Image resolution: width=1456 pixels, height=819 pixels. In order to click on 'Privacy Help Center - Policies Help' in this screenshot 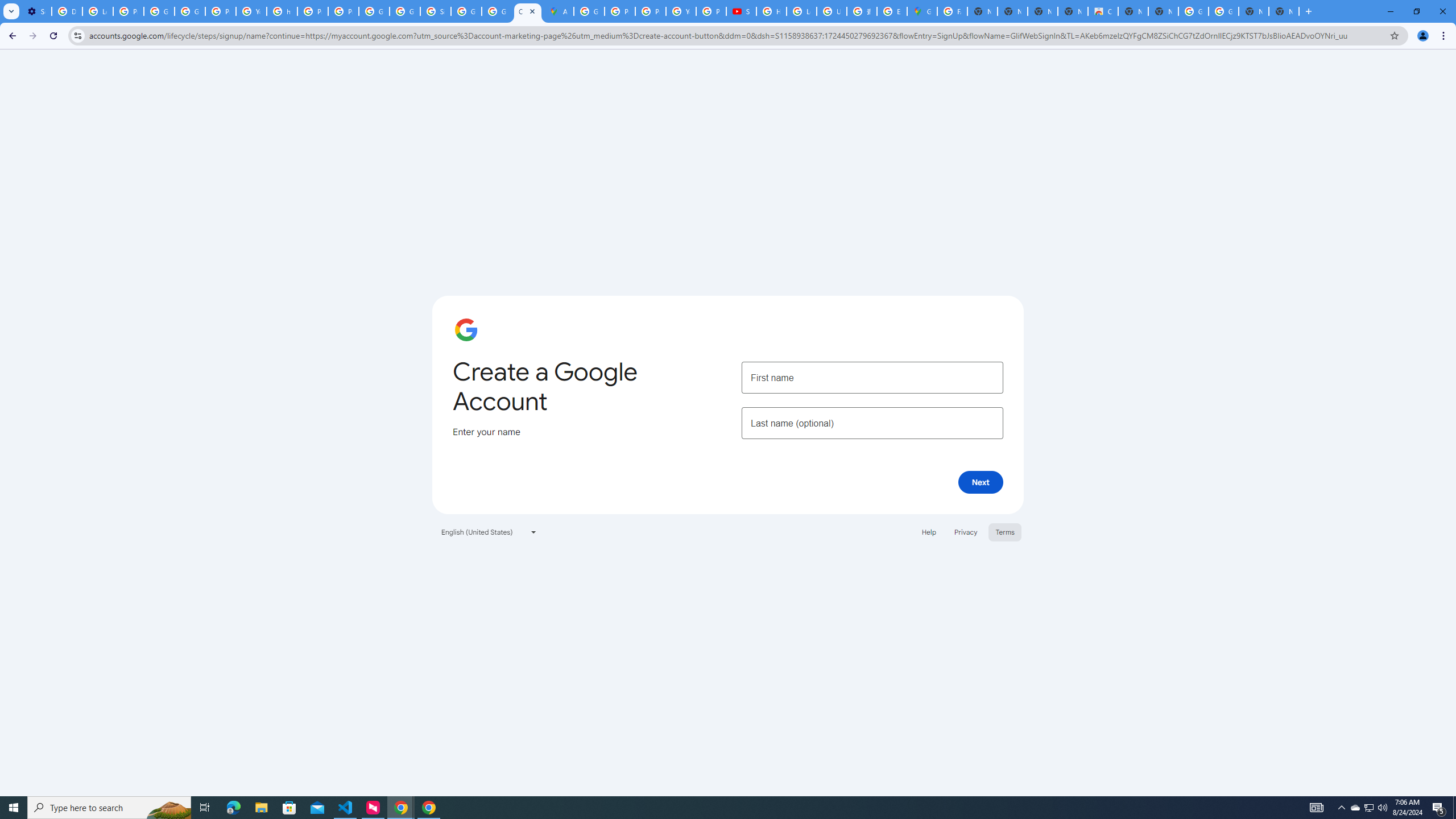, I will do `click(619, 11)`.